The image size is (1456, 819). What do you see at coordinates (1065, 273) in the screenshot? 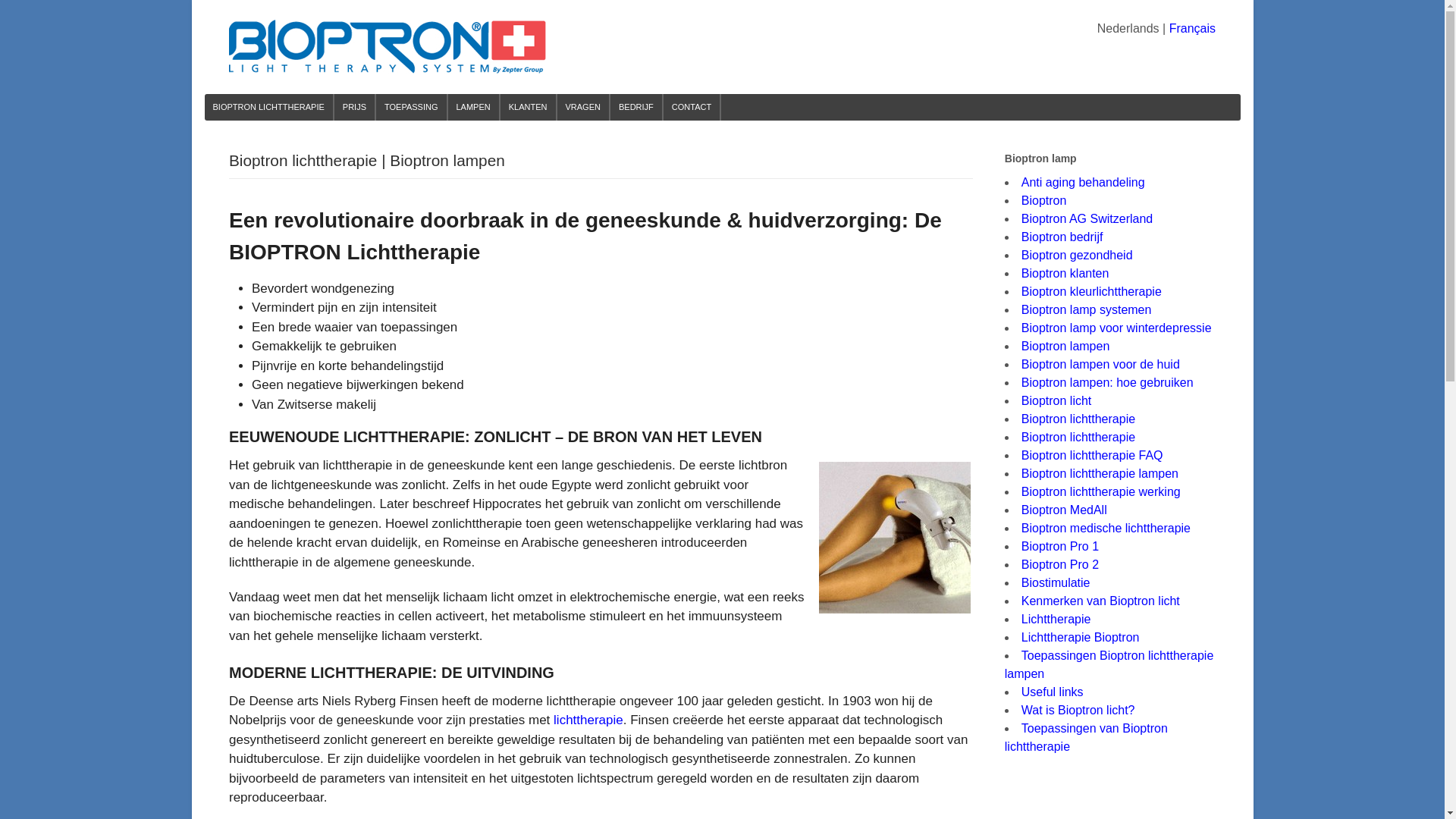
I see `'Bioptron klanten'` at bounding box center [1065, 273].